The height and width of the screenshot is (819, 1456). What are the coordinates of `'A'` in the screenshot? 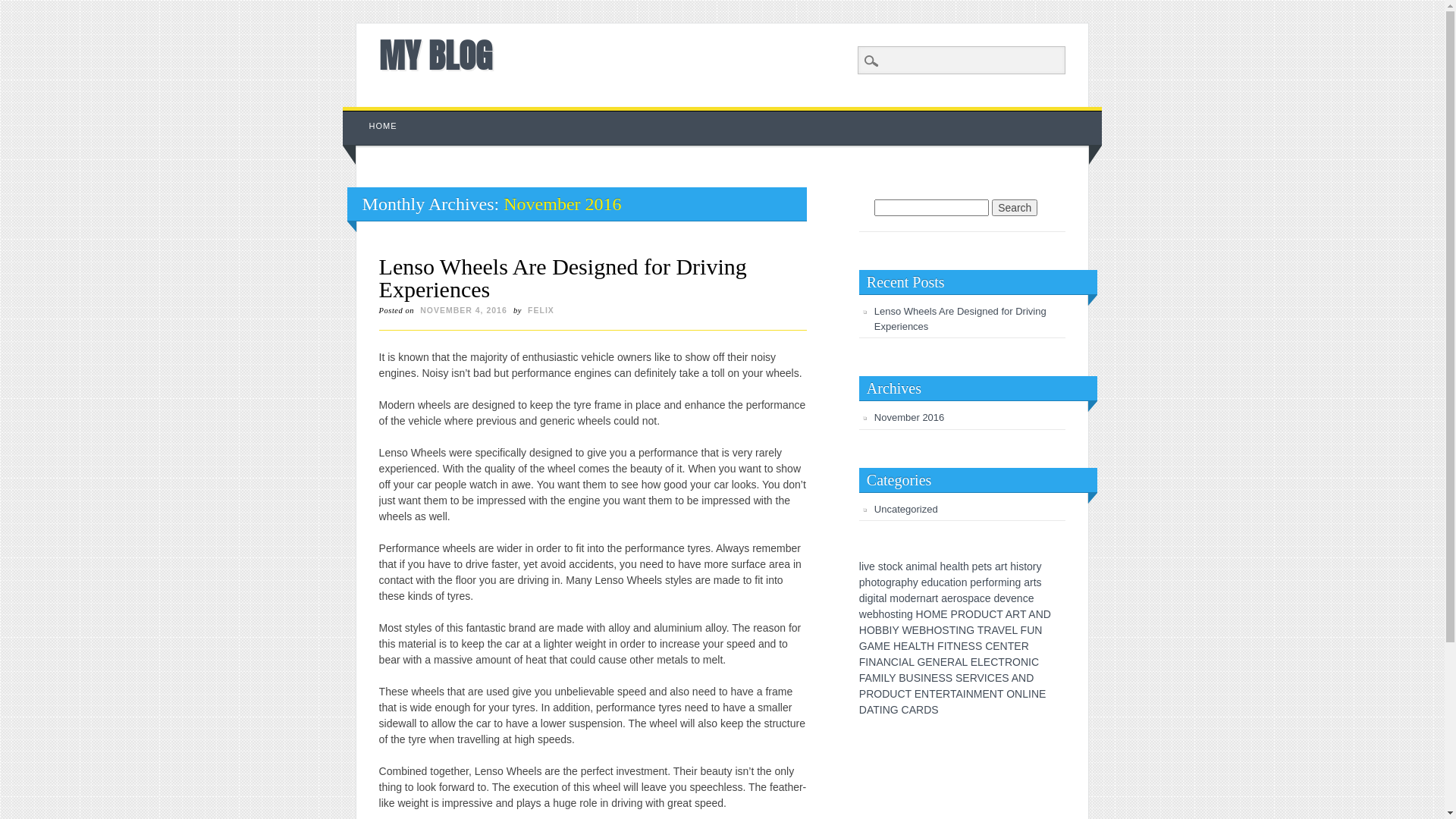 It's located at (993, 629).